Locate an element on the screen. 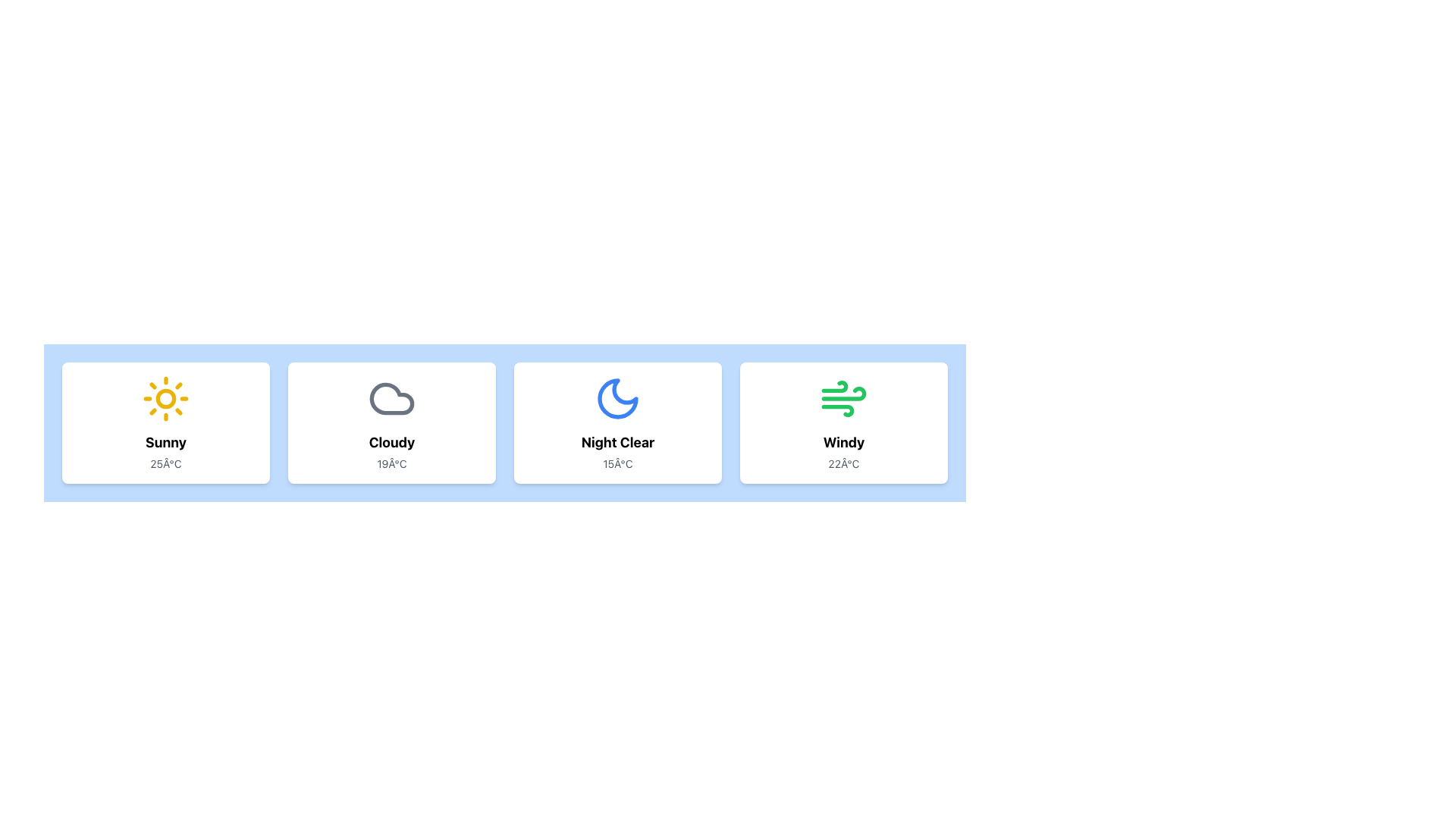 Image resolution: width=1456 pixels, height=819 pixels. the text label displaying '15°C' in light gray text, located within the 'Night Clear' card, which is the bottom-most element and centrally aligned horizontally is located at coordinates (618, 463).